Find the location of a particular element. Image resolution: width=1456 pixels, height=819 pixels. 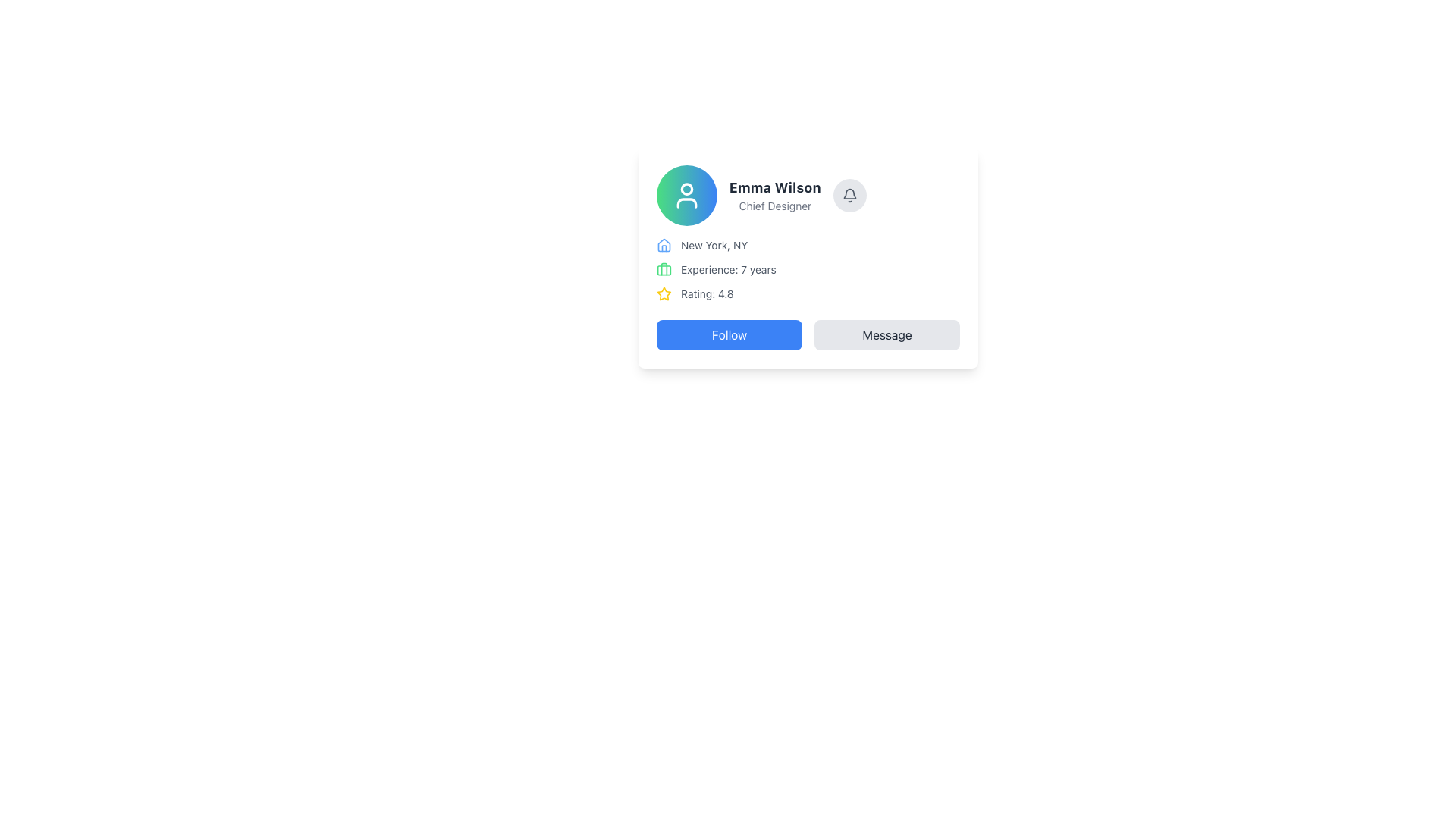

the text label 'Chief Designer', which is styled in gray and located directly below 'Emma Wilson' in the user profile card is located at coordinates (775, 206).